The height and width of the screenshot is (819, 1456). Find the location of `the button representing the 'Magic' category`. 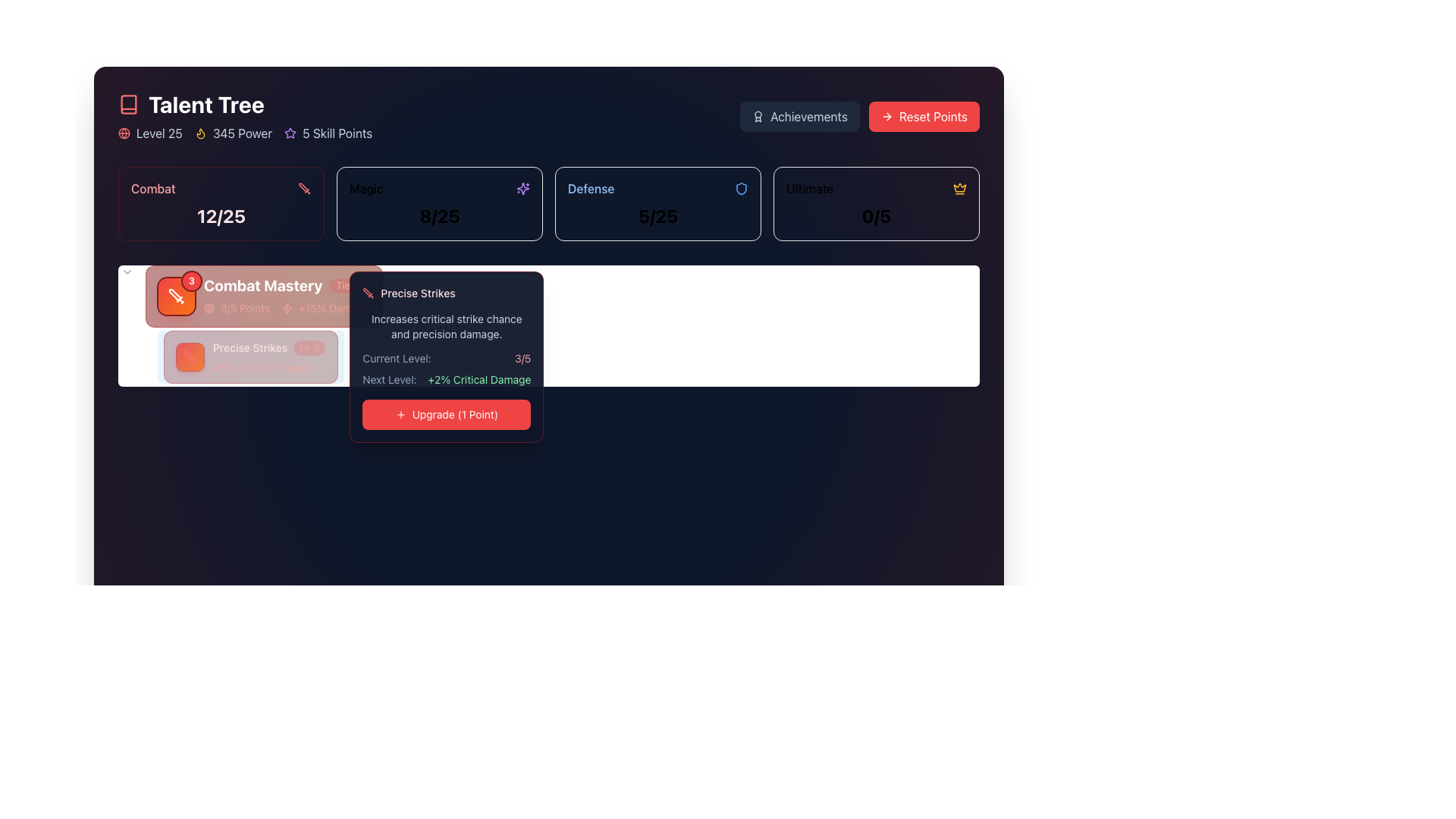

the button representing the 'Magic' category is located at coordinates (340, 201).